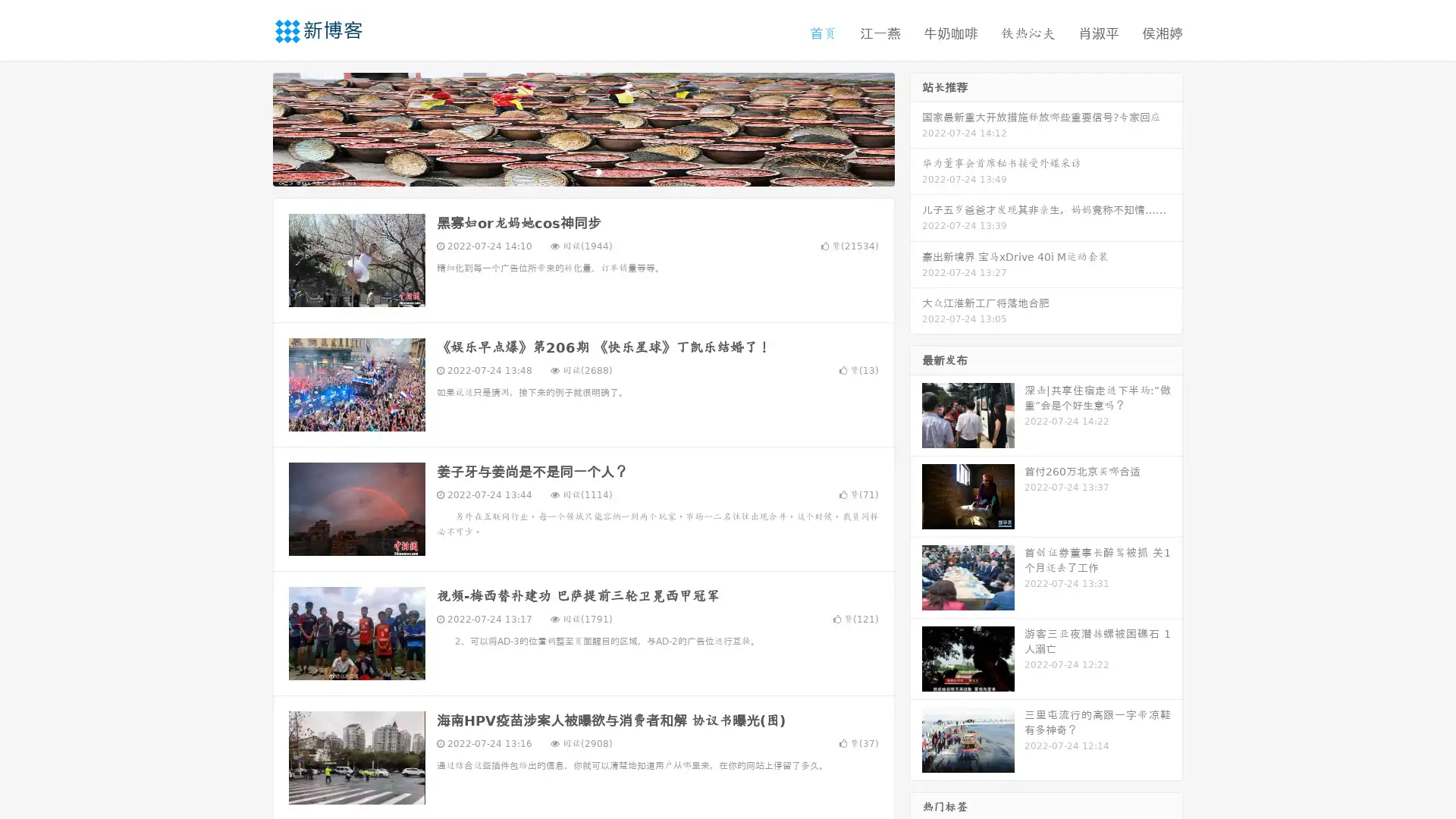 Image resolution: width=1456 pixels, height=819 pixels. I want to click on Next slide, so click(916, 127).